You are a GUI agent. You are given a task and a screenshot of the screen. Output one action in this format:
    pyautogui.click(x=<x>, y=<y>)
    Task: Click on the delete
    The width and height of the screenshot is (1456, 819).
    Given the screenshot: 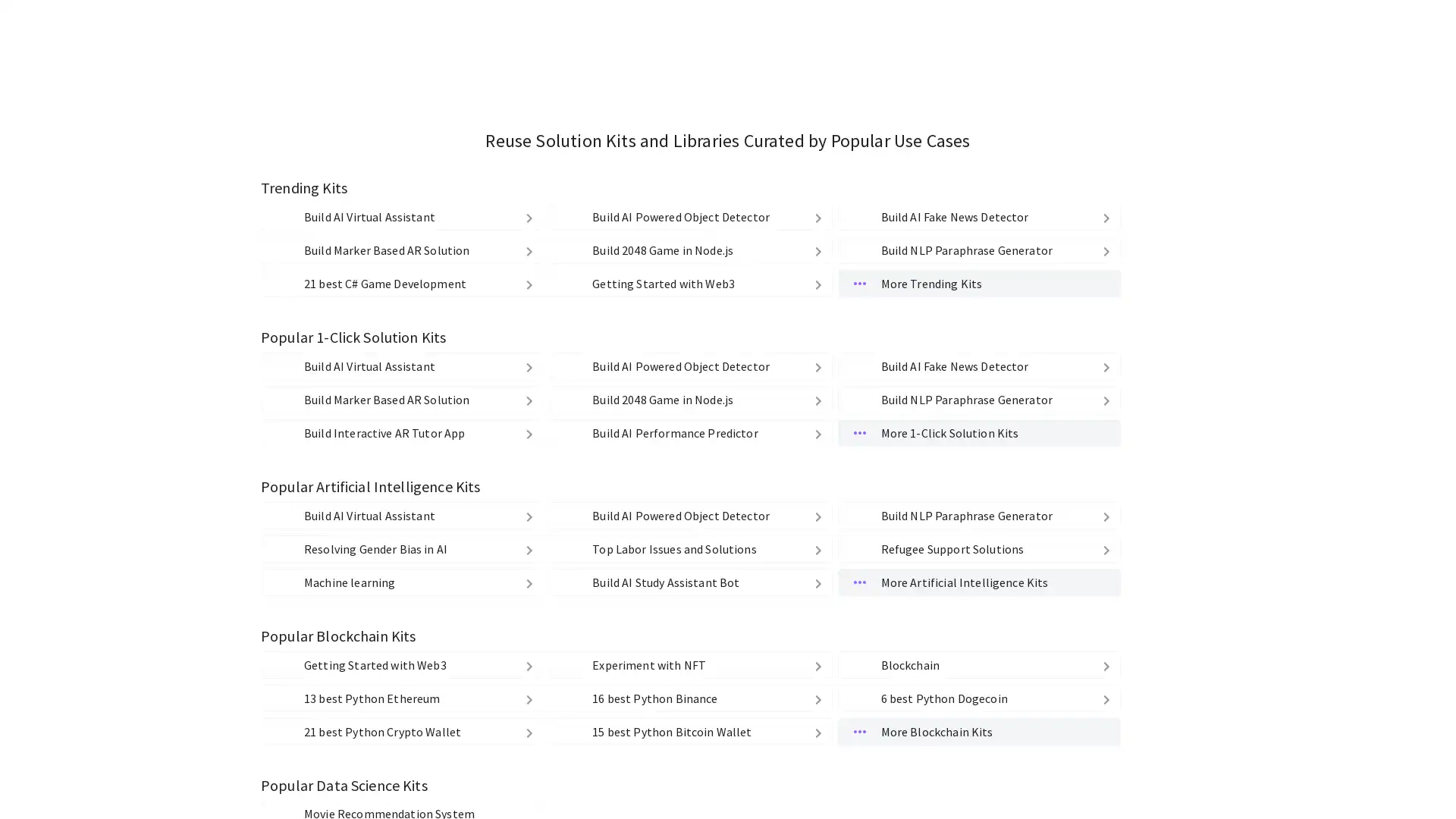 What is the action you would take?
    pyautogui.click(x=817, y=632)
    